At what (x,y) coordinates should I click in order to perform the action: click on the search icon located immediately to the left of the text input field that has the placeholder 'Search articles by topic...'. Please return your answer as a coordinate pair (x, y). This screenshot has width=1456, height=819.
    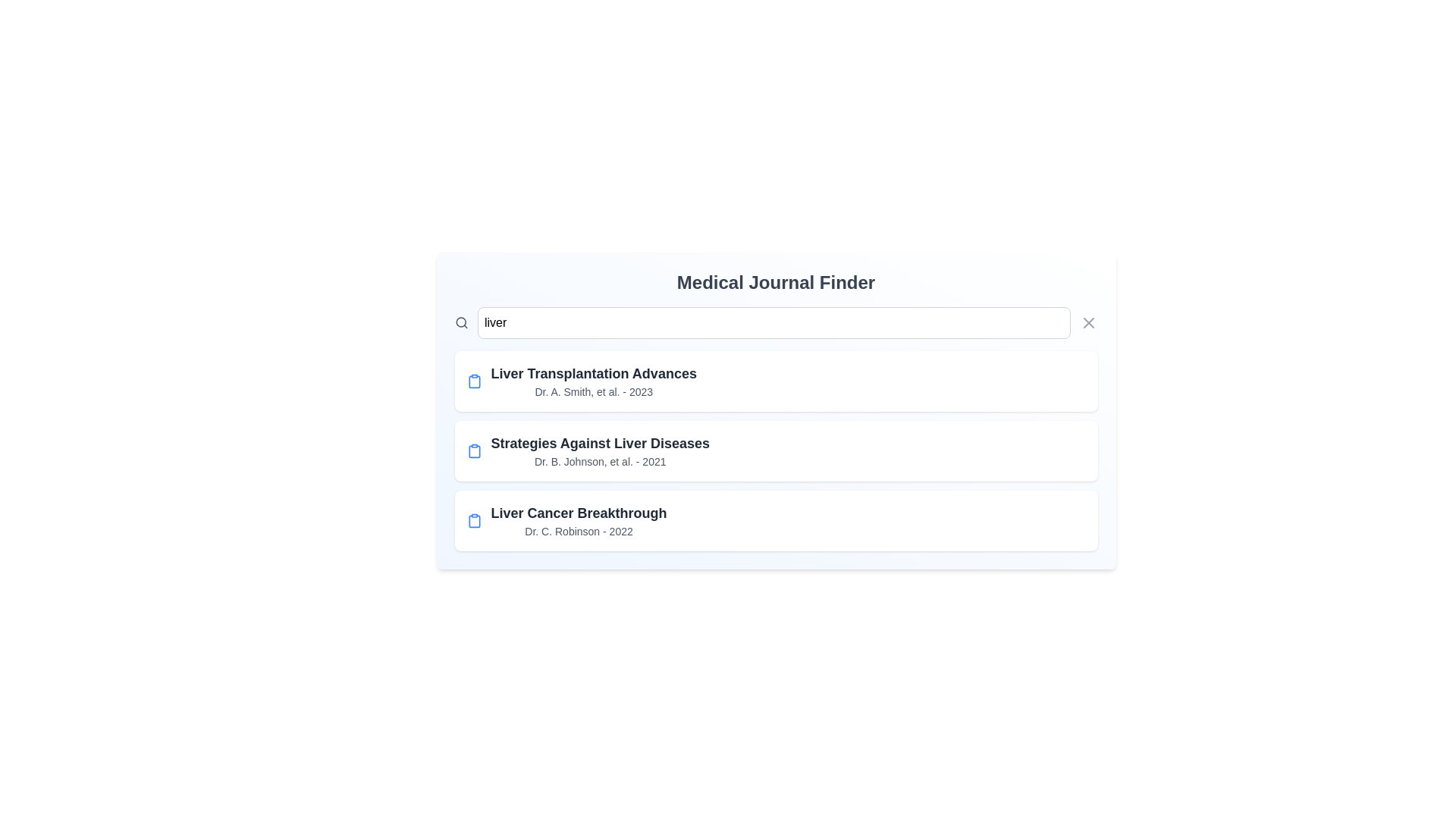
    Looking at the image, I should click on (460, 322).